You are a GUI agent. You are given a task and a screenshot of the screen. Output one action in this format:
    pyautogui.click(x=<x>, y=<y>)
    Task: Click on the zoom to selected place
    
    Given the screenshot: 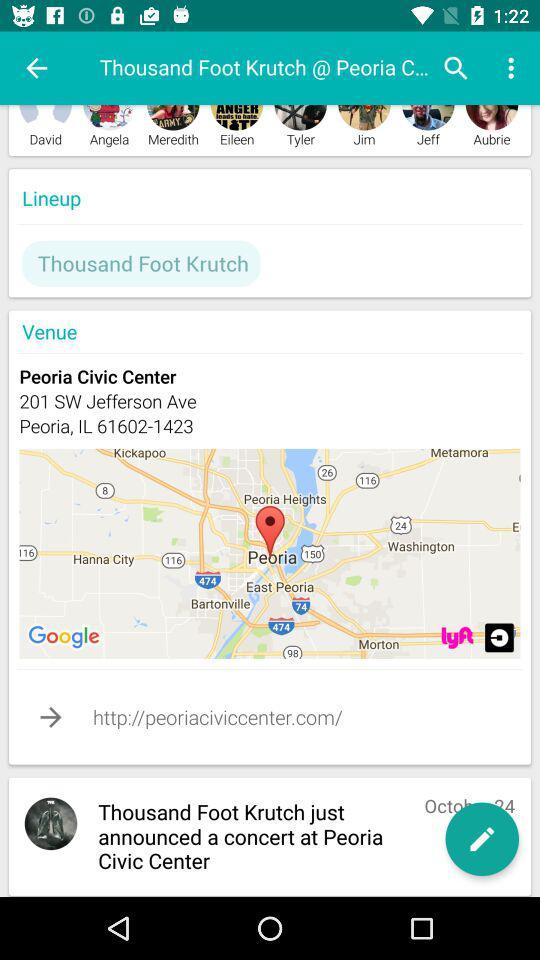 What is the action you would take?
    pyautogui.click(x=457, y=636)
    